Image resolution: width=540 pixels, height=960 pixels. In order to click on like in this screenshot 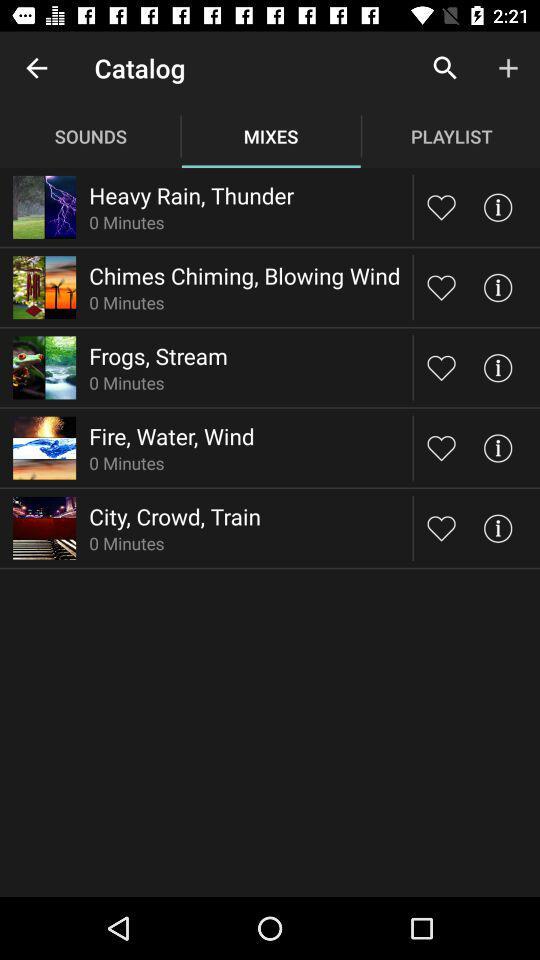, I will do `click(441, 447)`.